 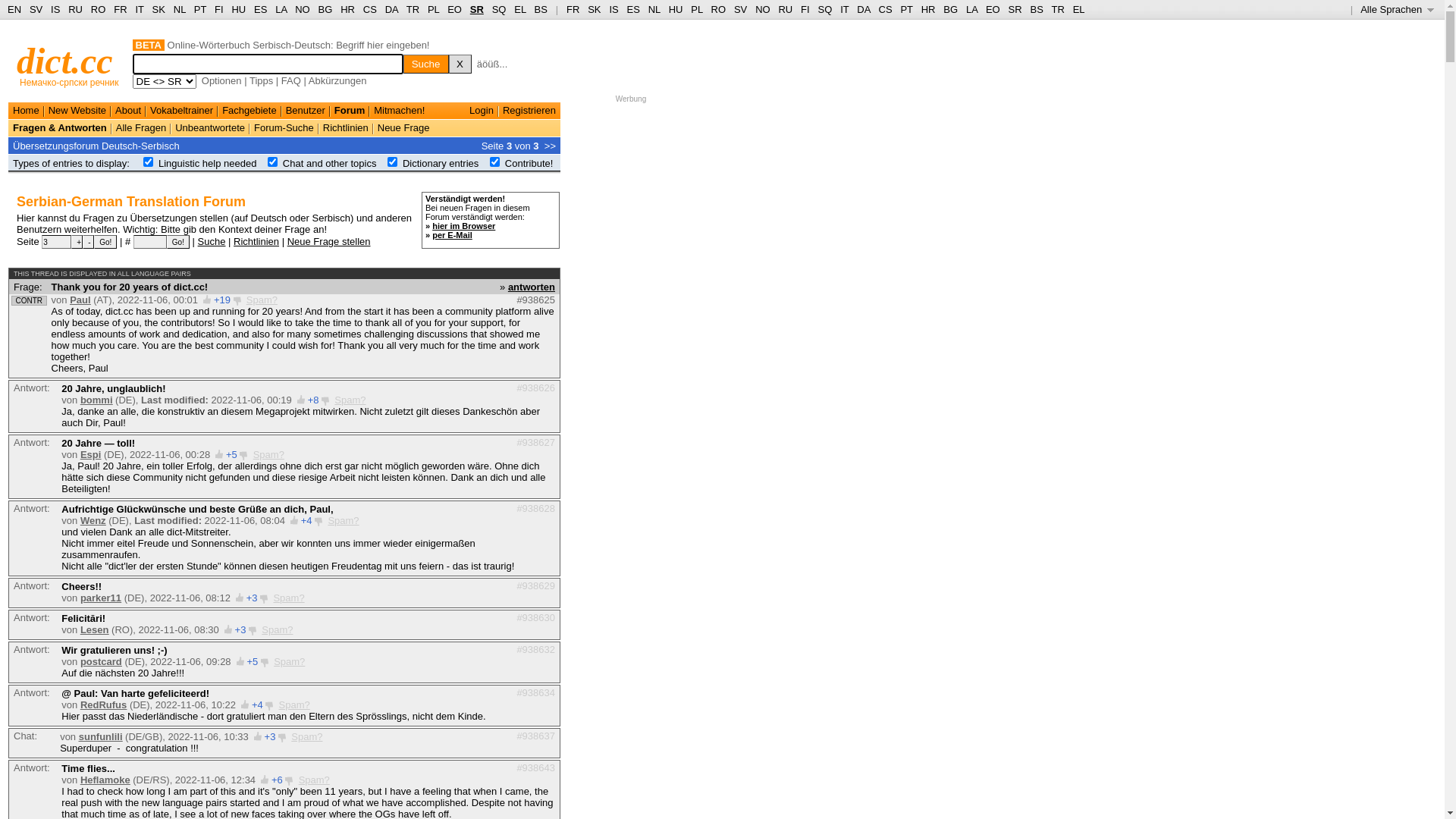 What do you see at coordinates (695, 9) in the screenshot?
I see `'PL'` at bounding box center [695, 9].